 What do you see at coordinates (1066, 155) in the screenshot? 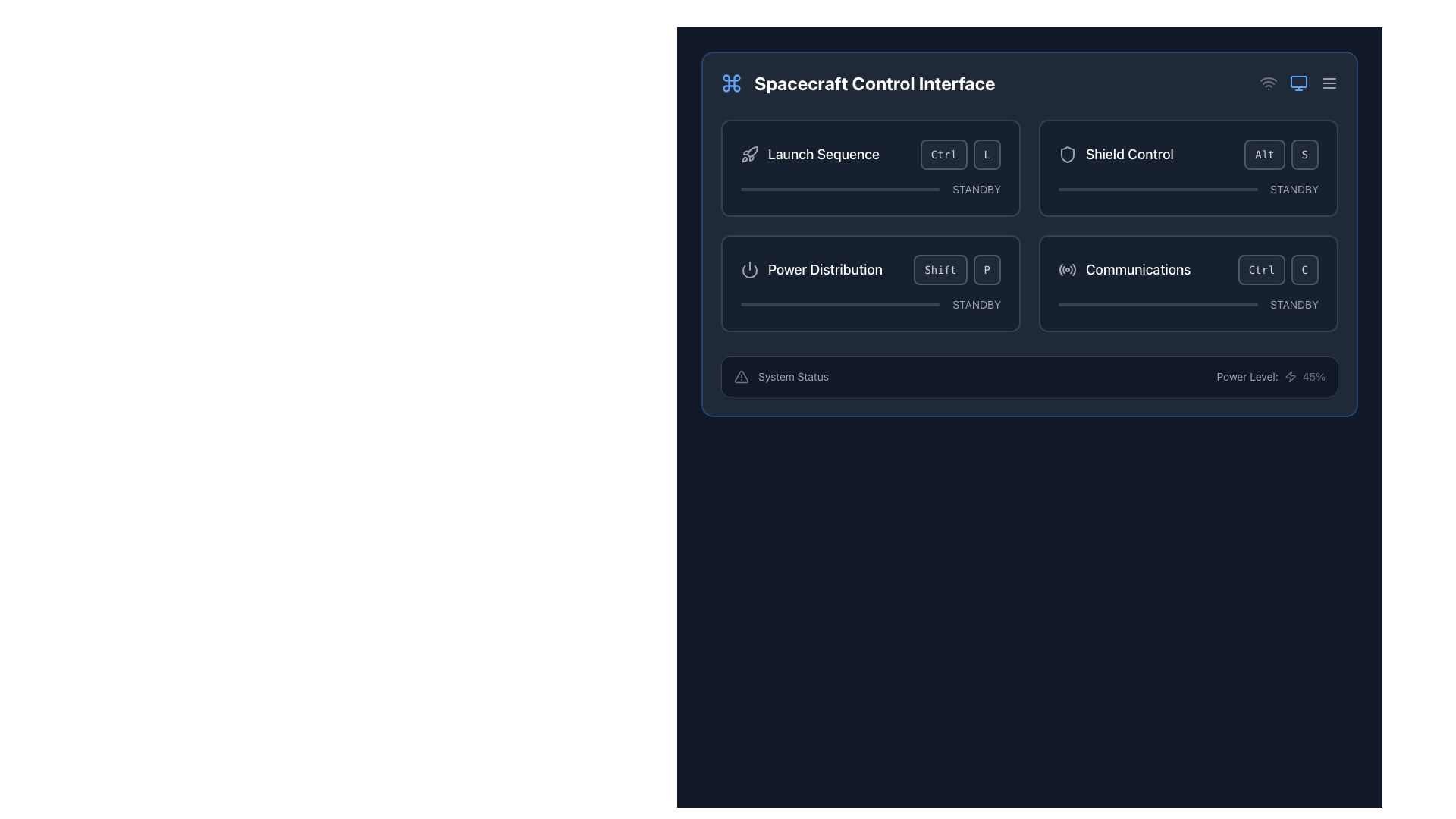
I see `the shield icon located in the 'Shield Control' section` at bounding box center [1066, 155].